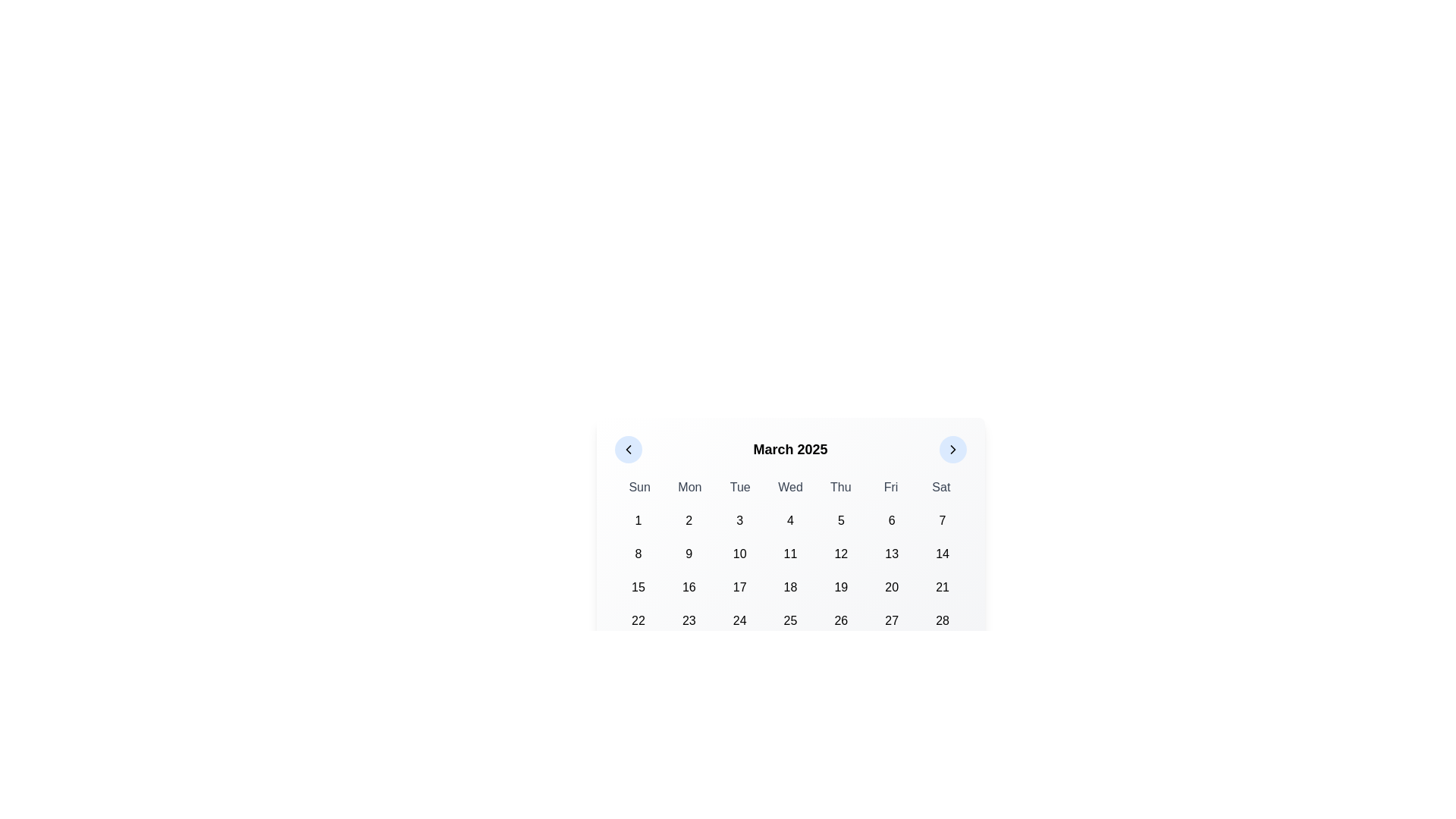 The width and height of the screenshot is (1456, 819). What do you see at coordinates (789, 553) in the screenshot?
I see `the calendar date in the March 2025 calendar interface` at bounding box center [789, 553].